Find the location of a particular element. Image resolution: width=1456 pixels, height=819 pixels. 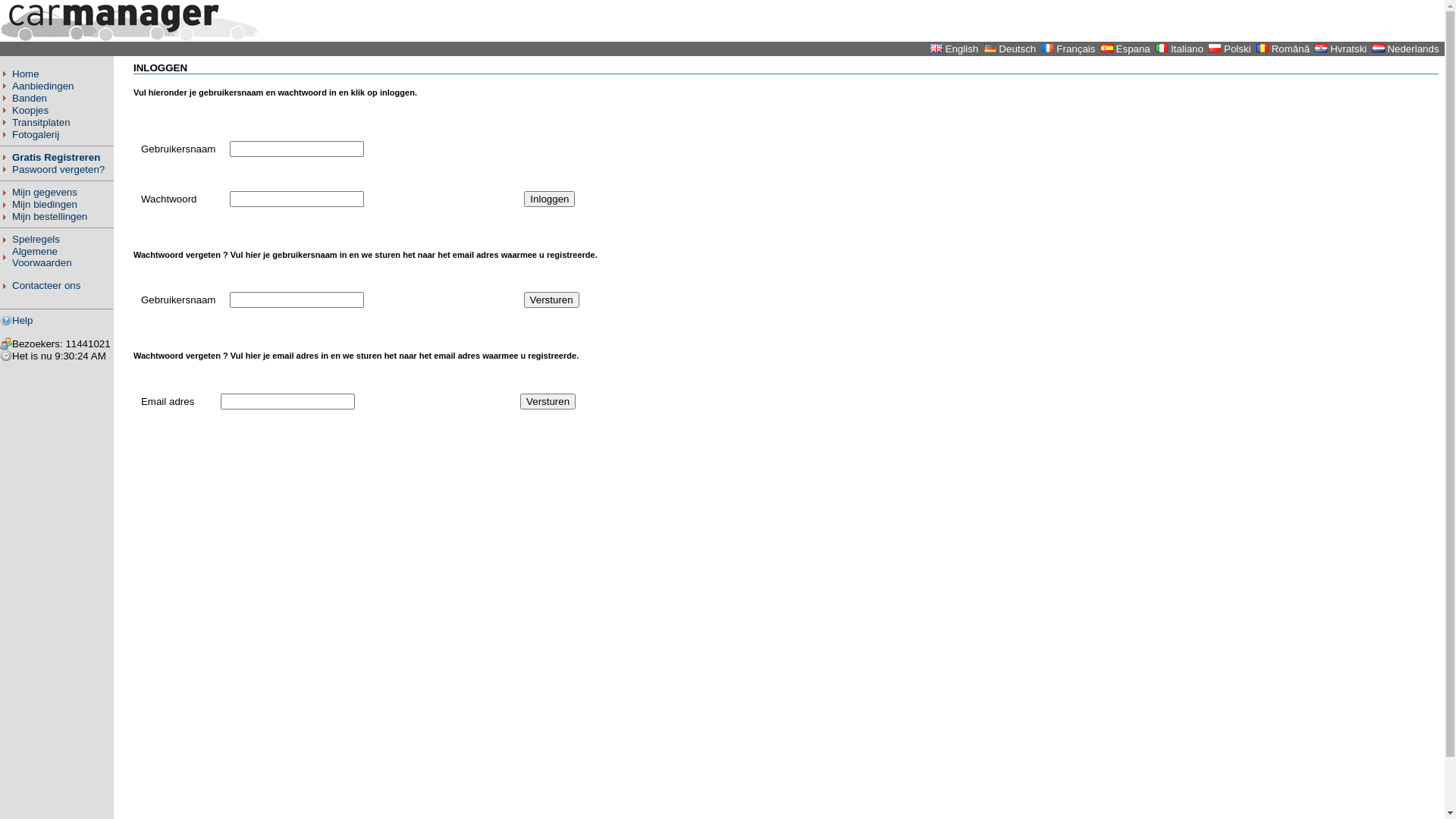

'Transitplaten' is located at coordinates (11, 121).